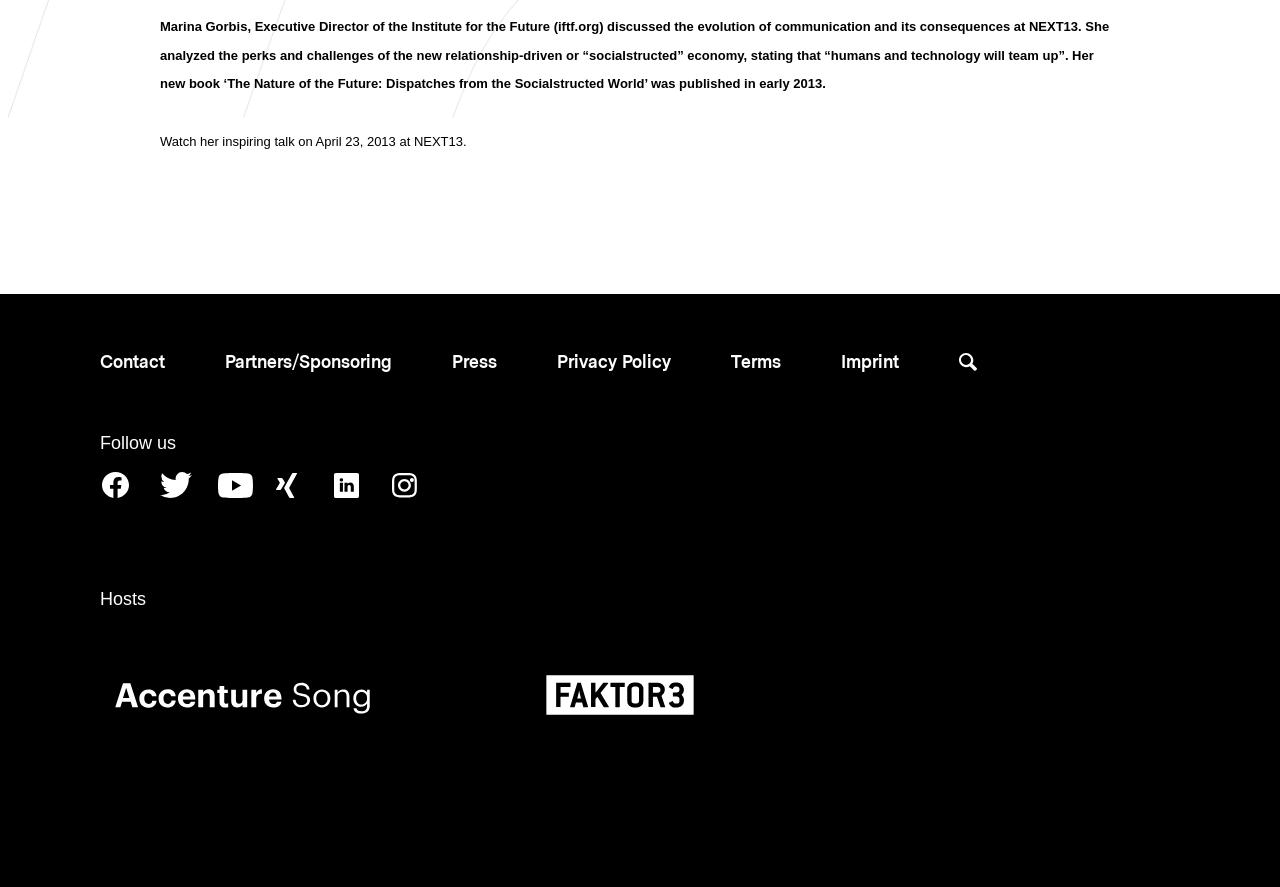 This screenshot has height=887, width=1280. Describe the element at coordinates (307, 359) in the screenshot. I see `'Partners/Sponsoring'` at that location.